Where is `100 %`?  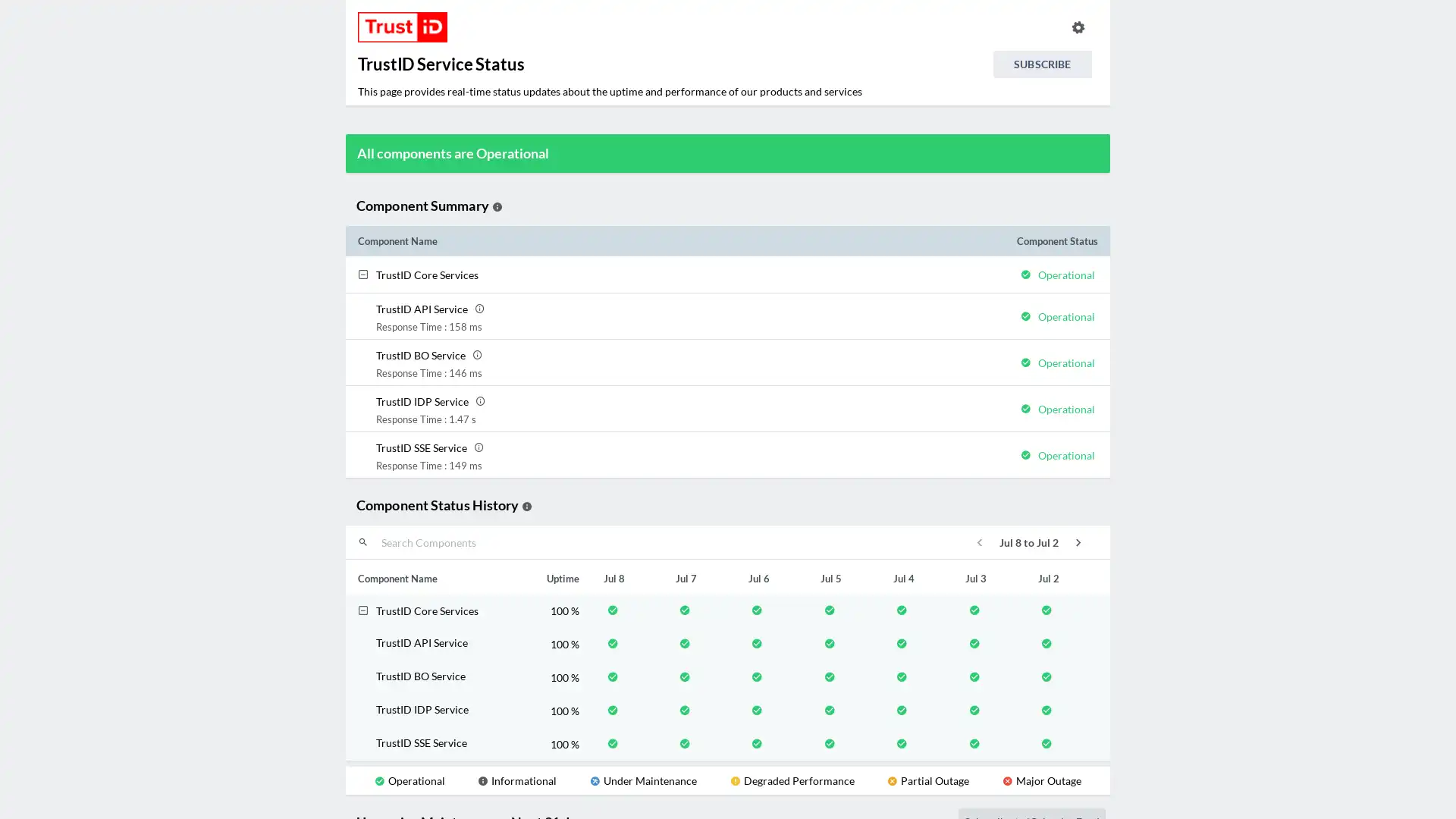 100 % is located at coordinates (563, 609).